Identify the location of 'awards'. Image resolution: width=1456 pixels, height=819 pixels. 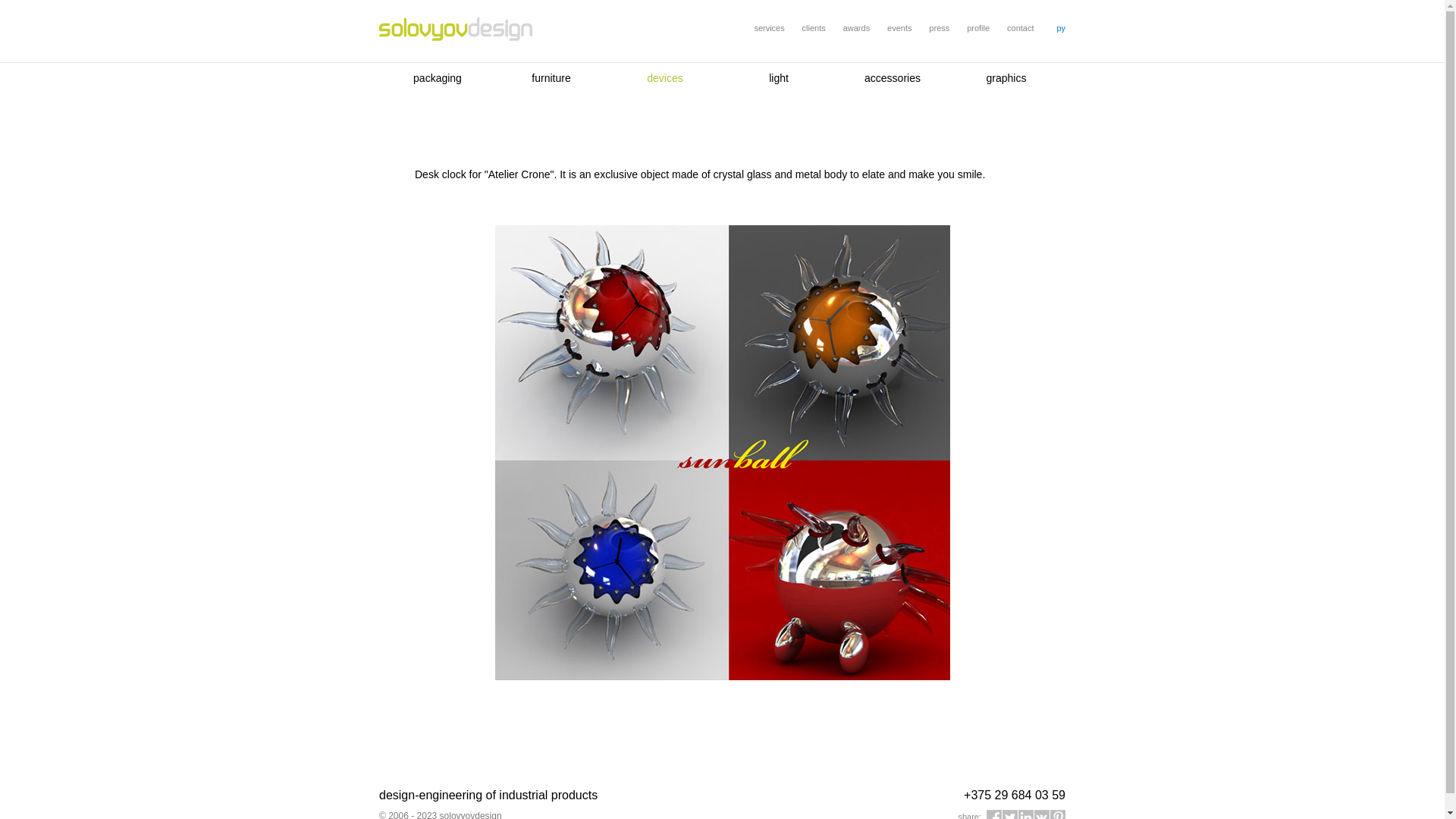
(843, 28).